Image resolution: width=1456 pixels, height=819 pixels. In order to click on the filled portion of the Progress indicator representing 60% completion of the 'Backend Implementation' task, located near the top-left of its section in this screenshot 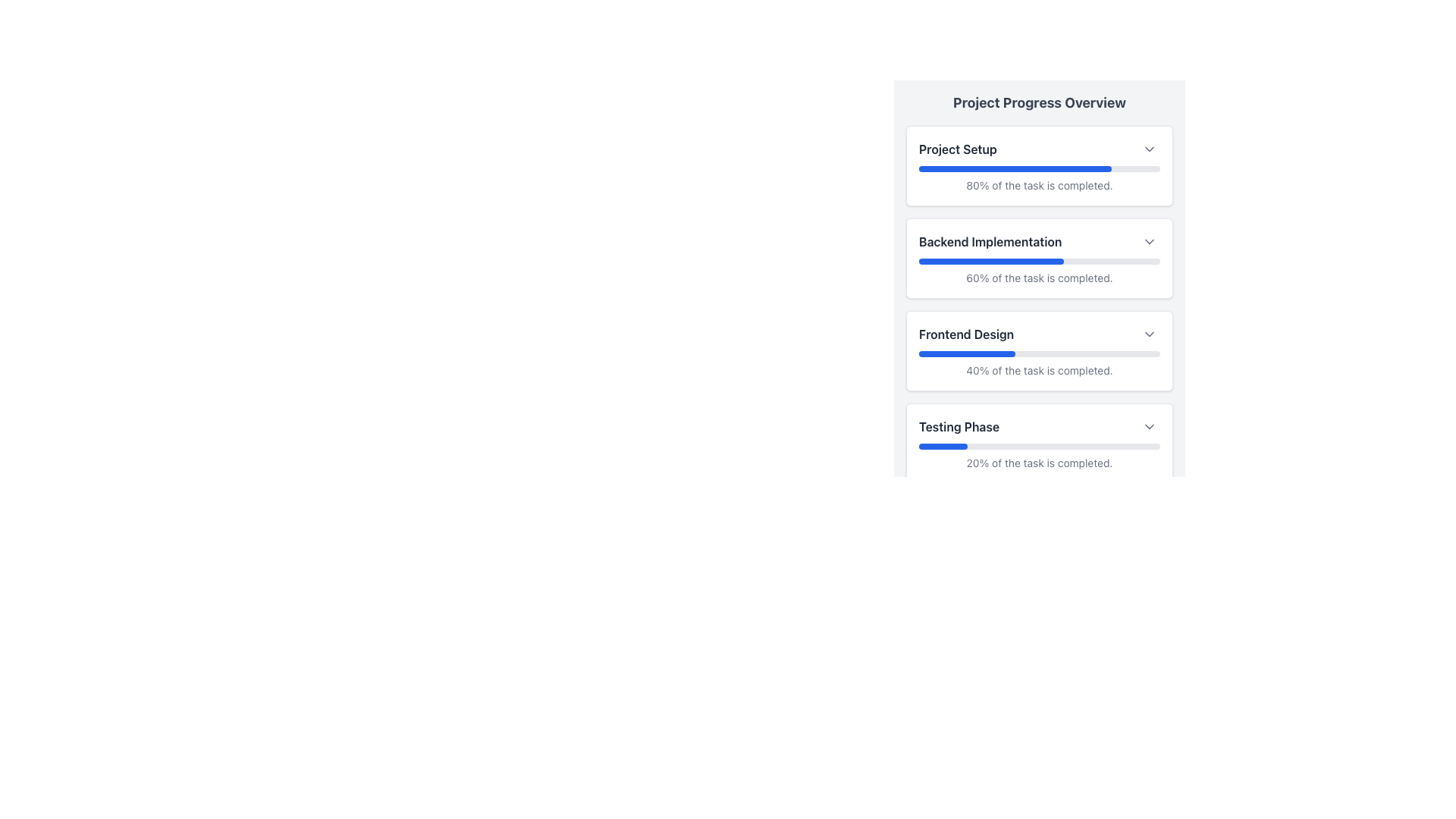, I will do `click(991, 260)`.